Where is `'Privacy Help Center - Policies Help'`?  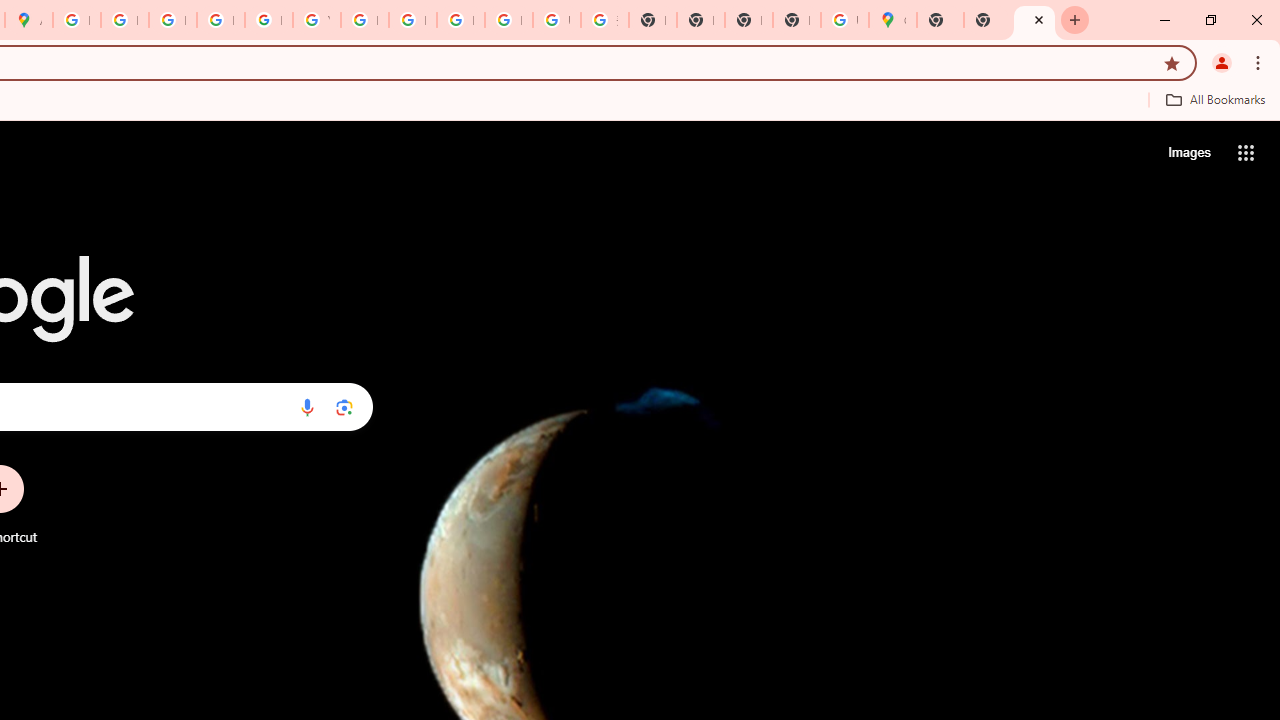
'Privacy Help Center - Policies Help' is located at coordinates (172, 20).